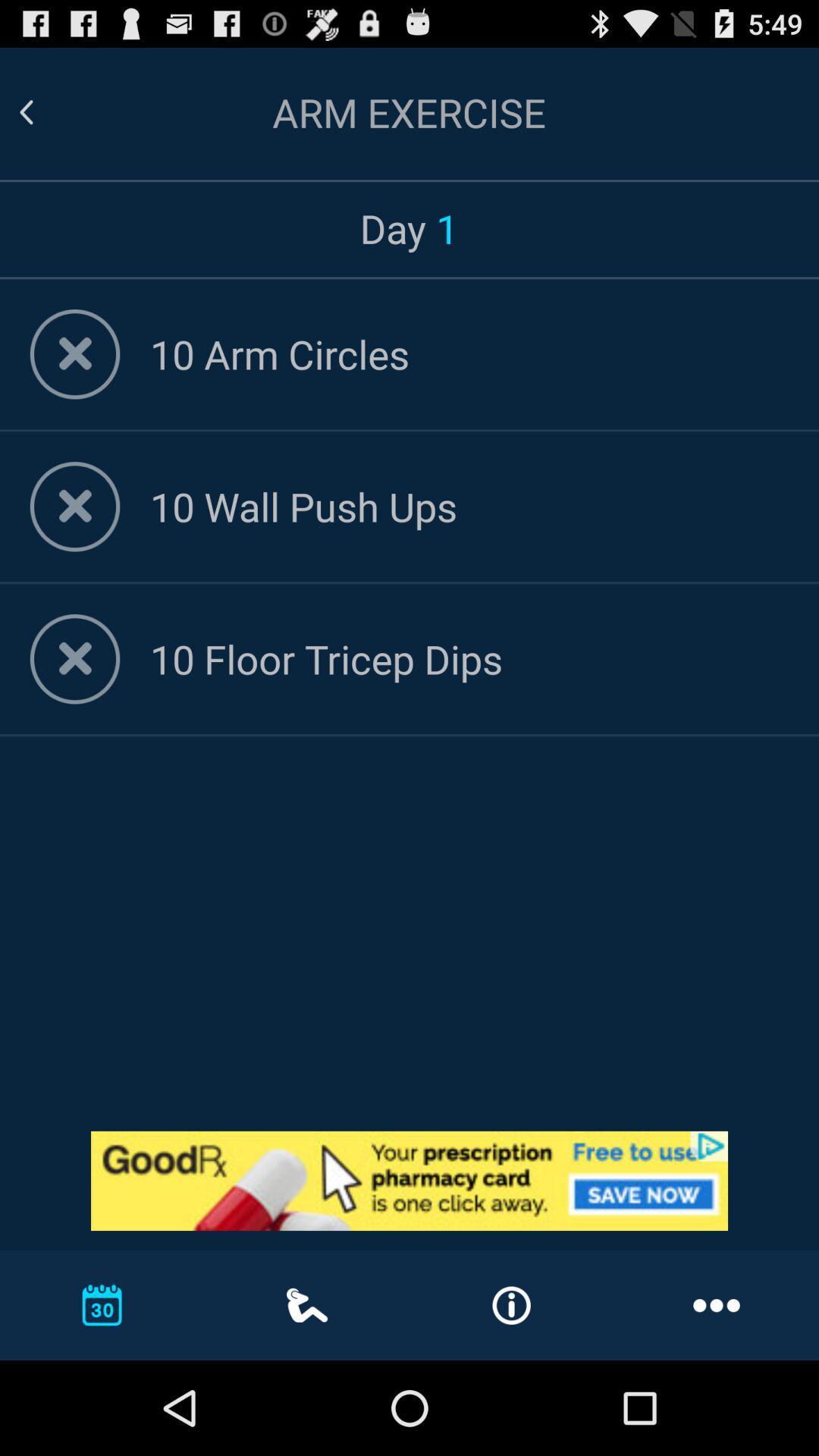 The image size is (819, 1456). Describe the element at coordinates (44, 111) in the screenshot. I see `go back` at that location.